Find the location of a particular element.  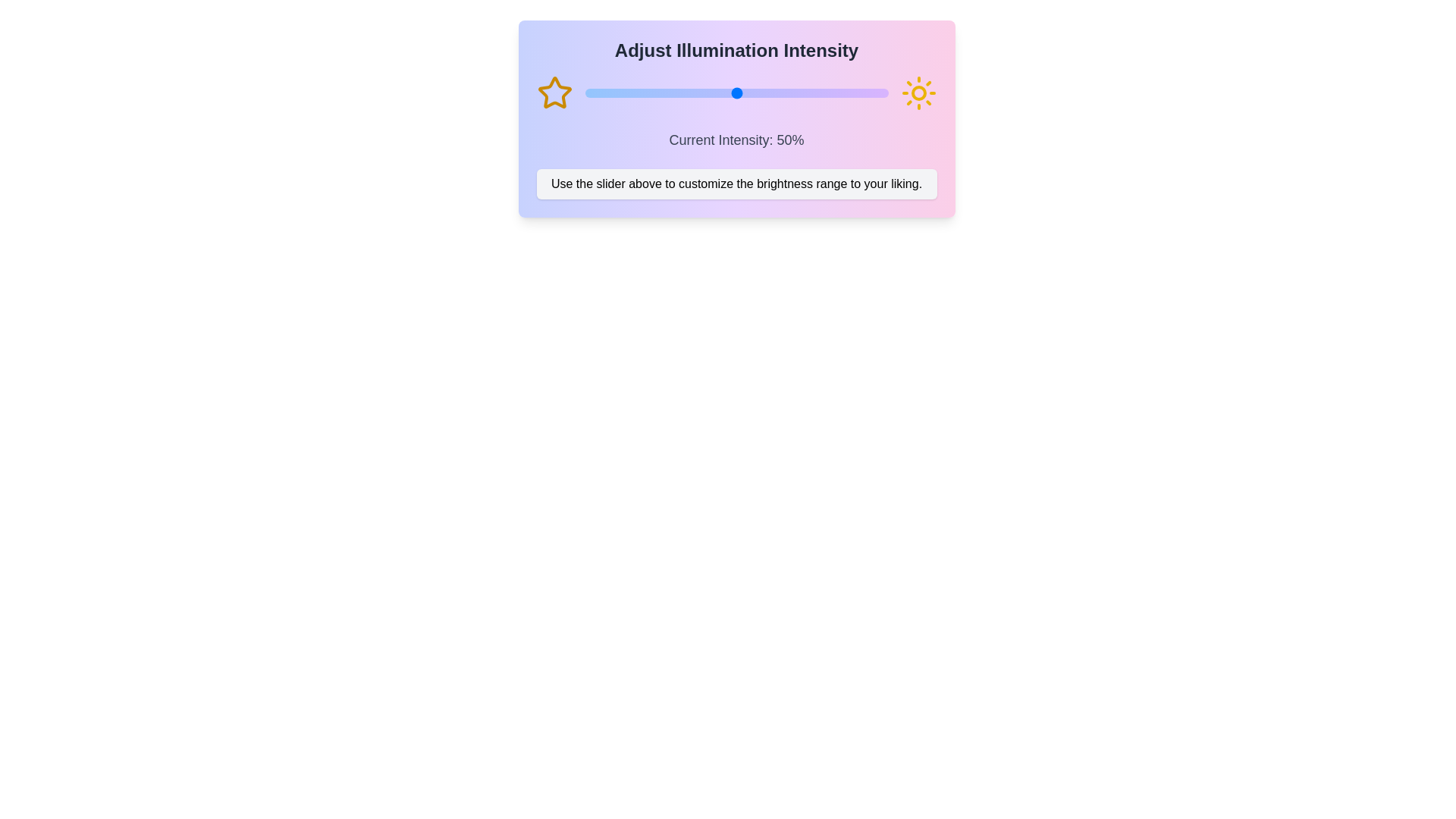

the slider to set the intensity to 10% is located at coordinates (615, 93).